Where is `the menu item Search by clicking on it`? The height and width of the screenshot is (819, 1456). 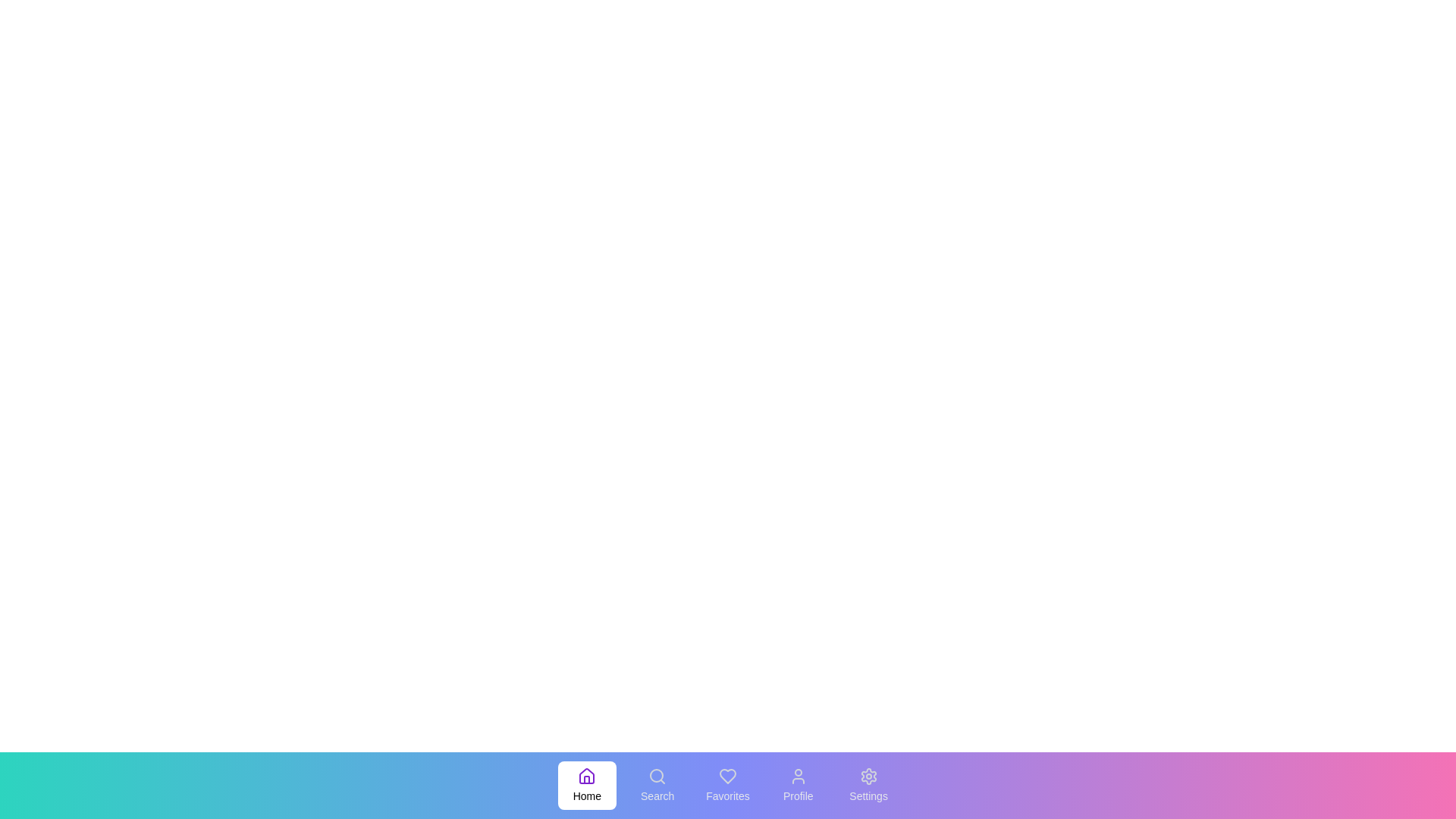
the menu item Search by clicking on it is located at coordinates (657, 785).